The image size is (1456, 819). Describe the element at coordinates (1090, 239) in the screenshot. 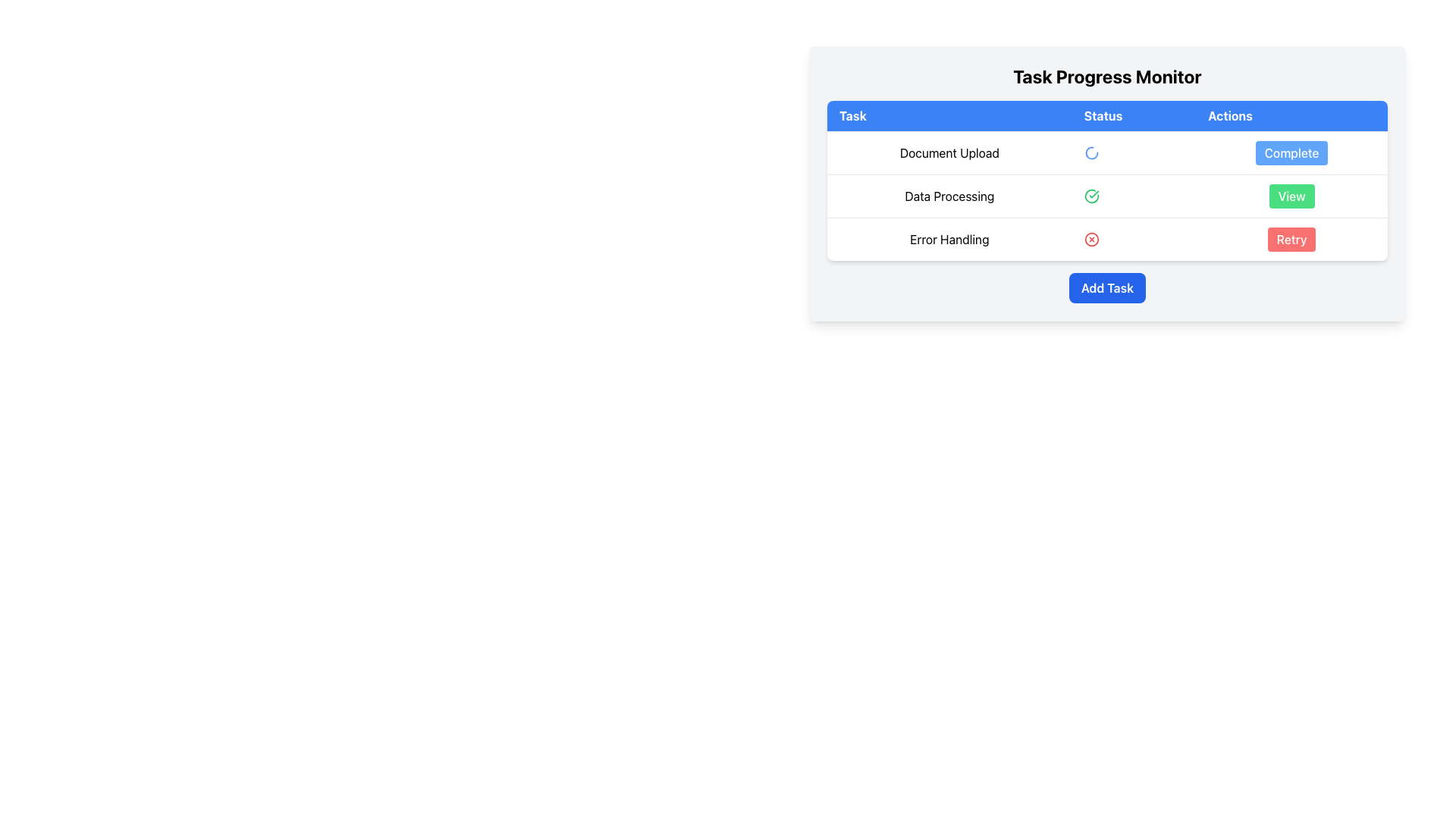

I see `the error indicator icon located in the 'Actions' column of the 'Task Progress Monitor' table` at that location.